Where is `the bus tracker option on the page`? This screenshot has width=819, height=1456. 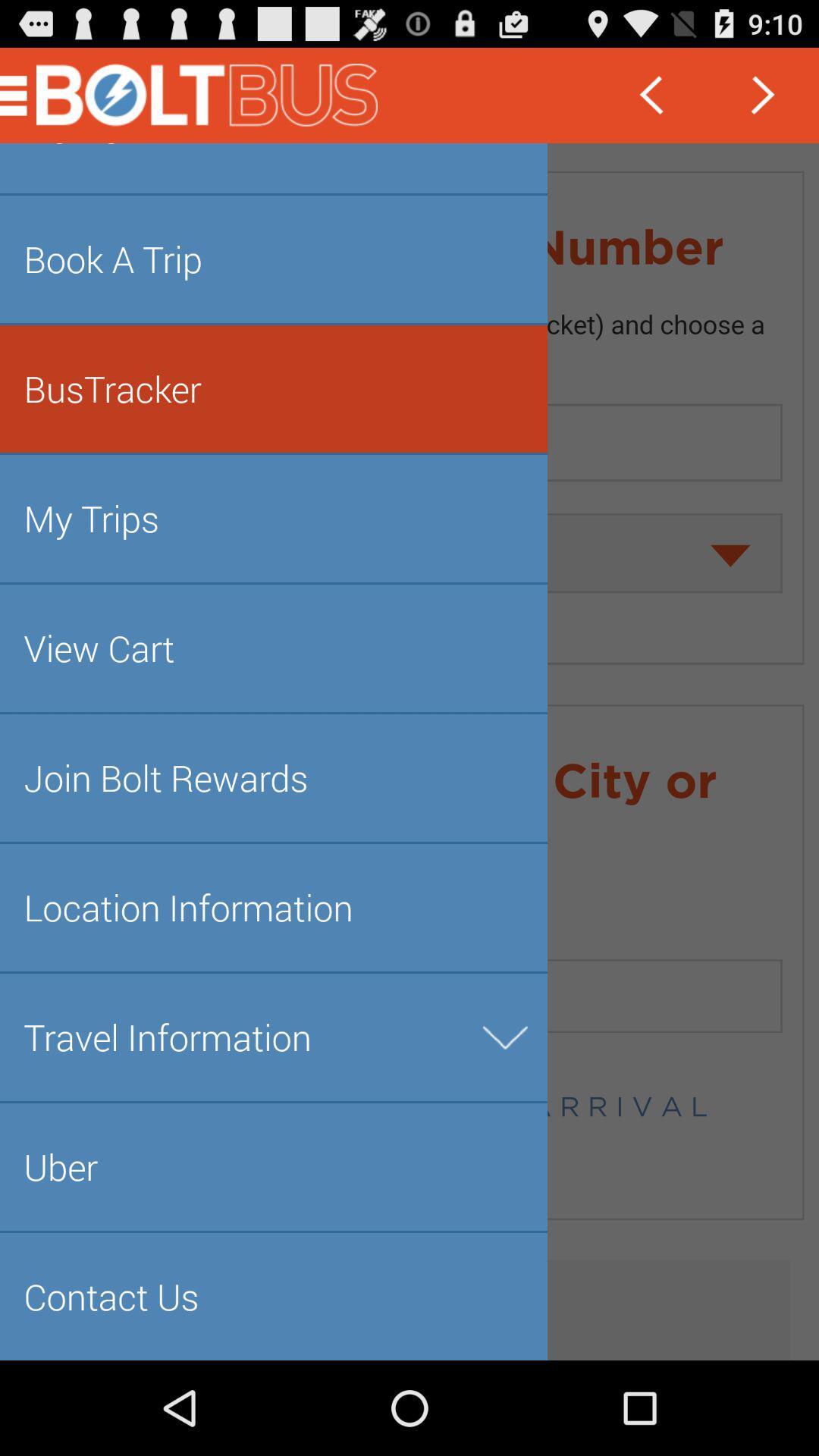 the bus tracker option on the page is located at coordinates (22, 95).